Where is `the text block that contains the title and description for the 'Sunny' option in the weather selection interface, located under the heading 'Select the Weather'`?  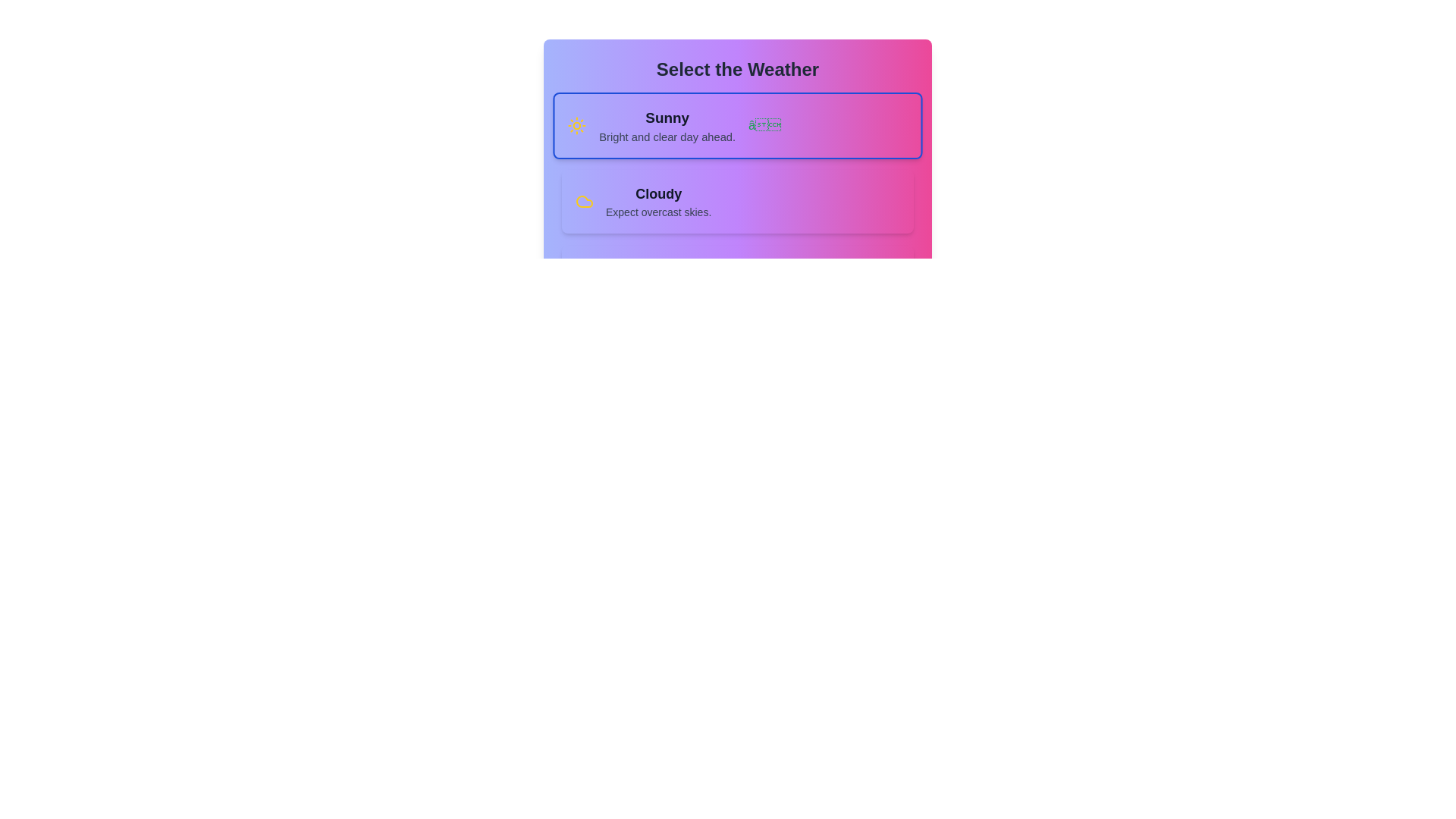 the text block that contains the title and description for the 'Sunny' option in the weather selection interface, located under the heading 'Select the Weather' is located at coordinates (667, 124).